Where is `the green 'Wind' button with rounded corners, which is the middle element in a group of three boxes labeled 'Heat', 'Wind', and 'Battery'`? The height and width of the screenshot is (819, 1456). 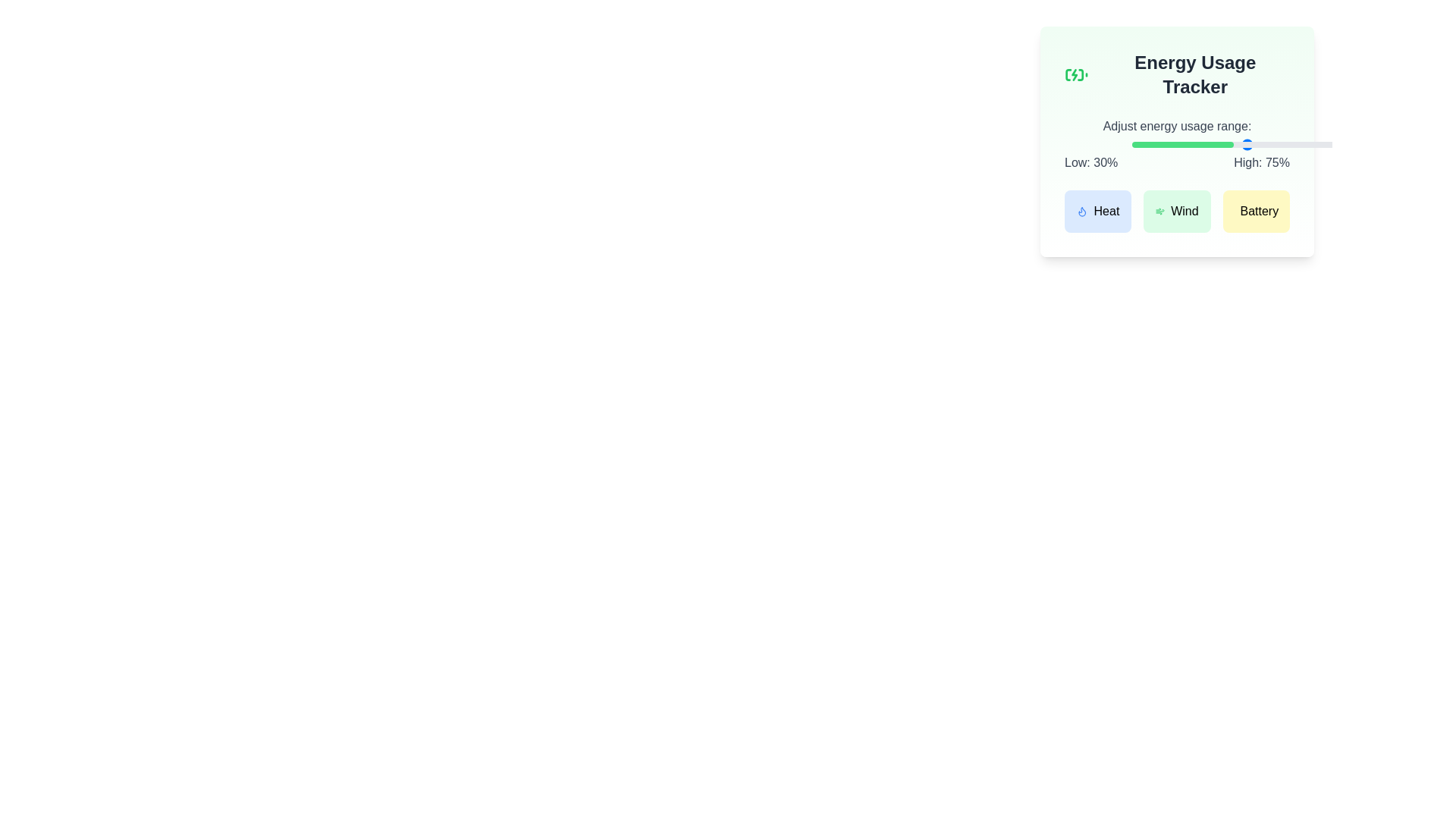 the green 'Wind' button with rounded corners, which is the middle element in a group of three boxes labeled 'Heat', 'Wind', and 'Battery' is located at coordinates (1176, 211).